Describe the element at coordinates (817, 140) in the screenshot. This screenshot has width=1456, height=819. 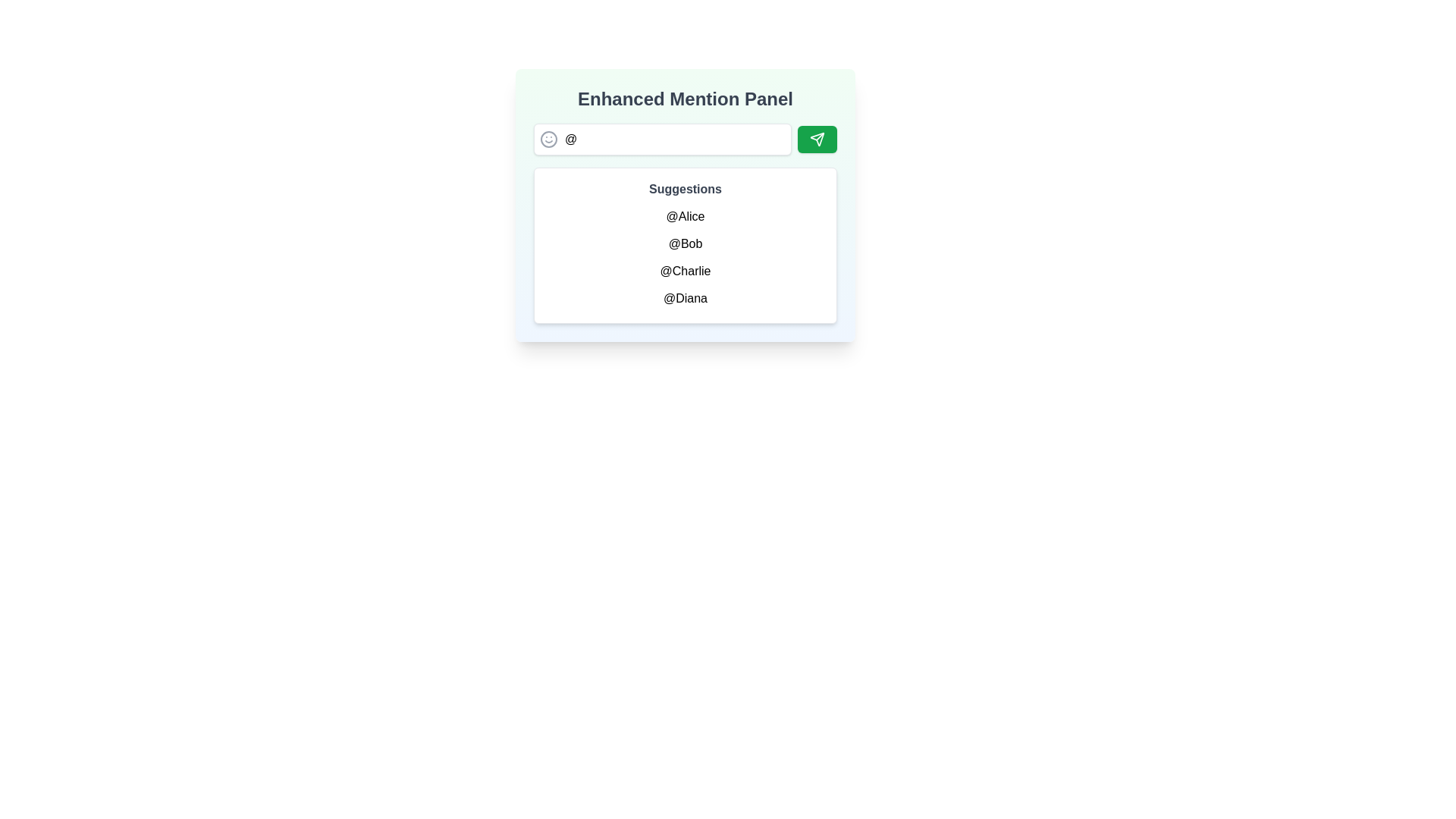
I see `the SVG Icon located inside the green button to the right of the input box in the Enhanced Mention Panel` at that location.